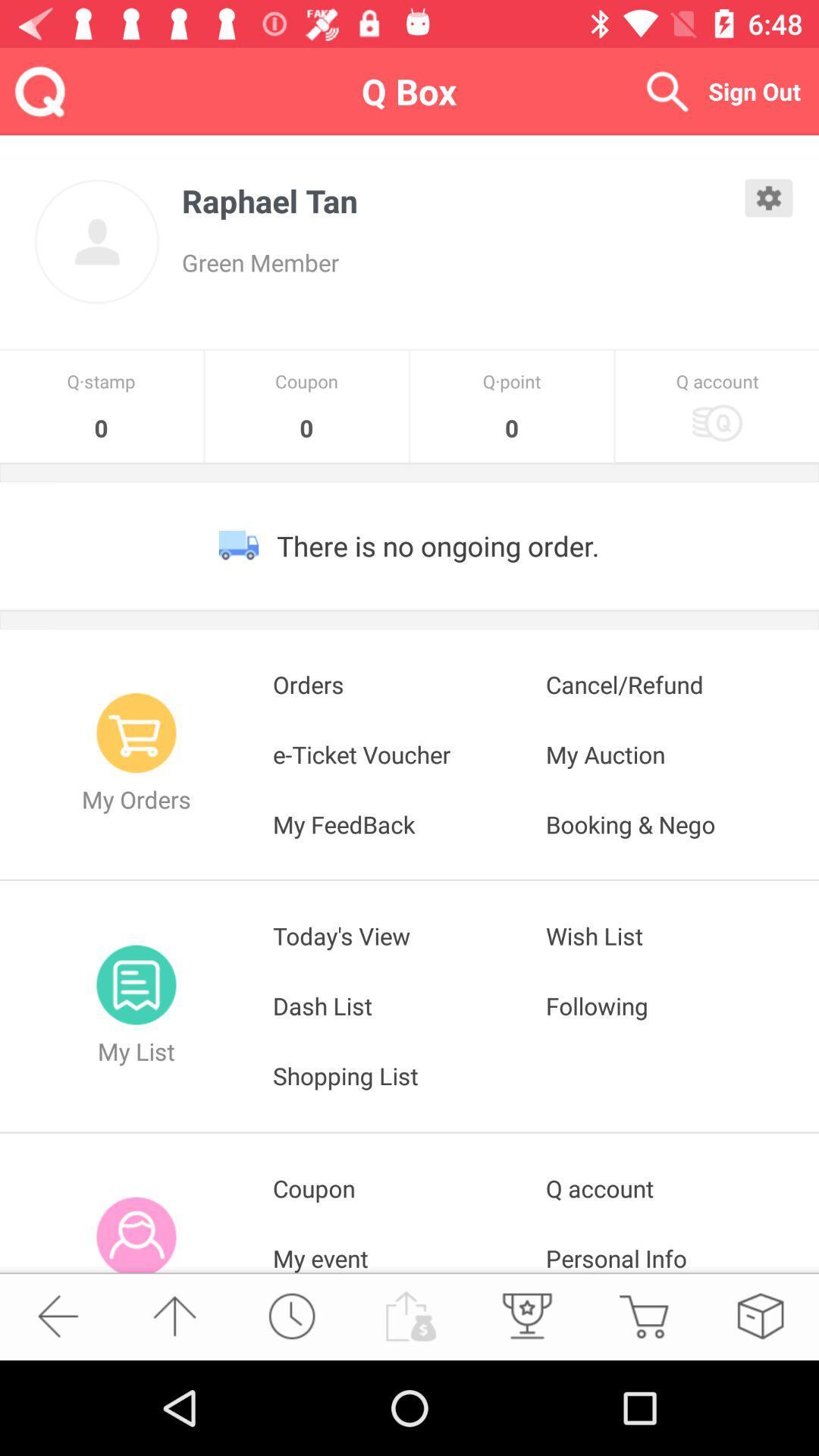 Image resolution: width=819 pixels, height=1456 pixels. What do you see at coordinates (769, 197) in the screenshot?
I see `open settings` at bounding box center [769, 197].